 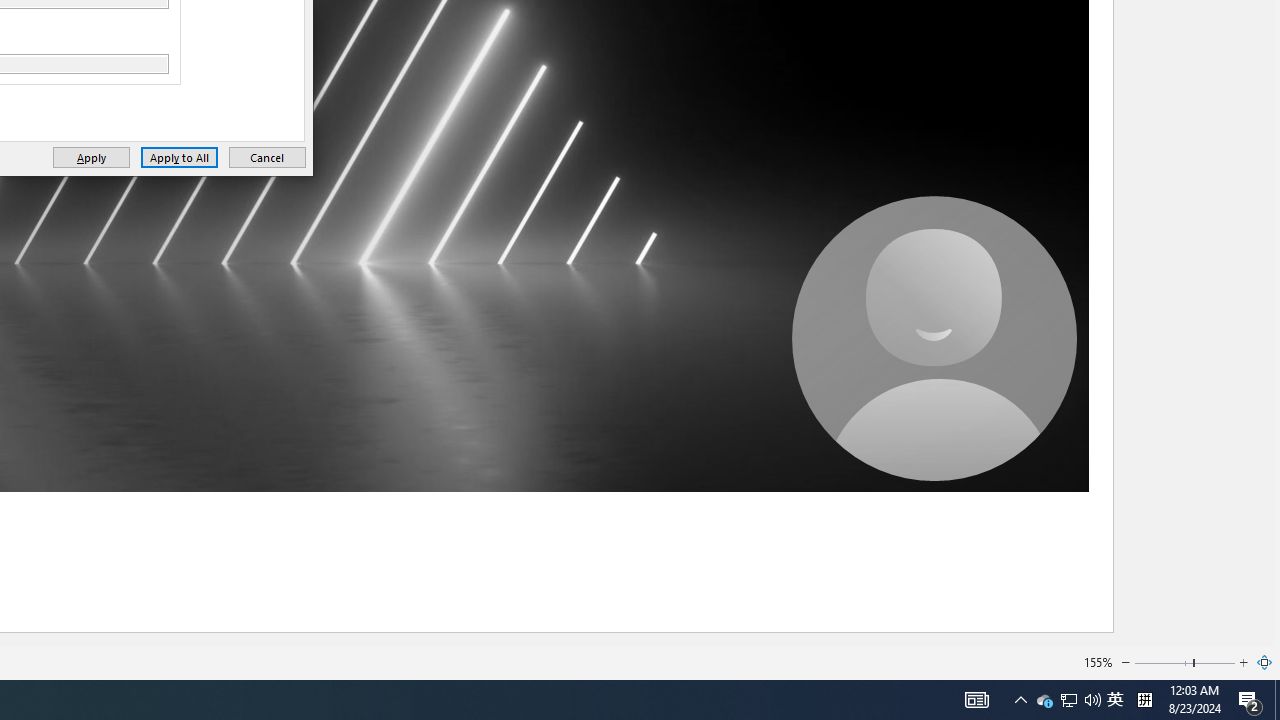 I want to click on '155%', so click(x=1097, y=662).